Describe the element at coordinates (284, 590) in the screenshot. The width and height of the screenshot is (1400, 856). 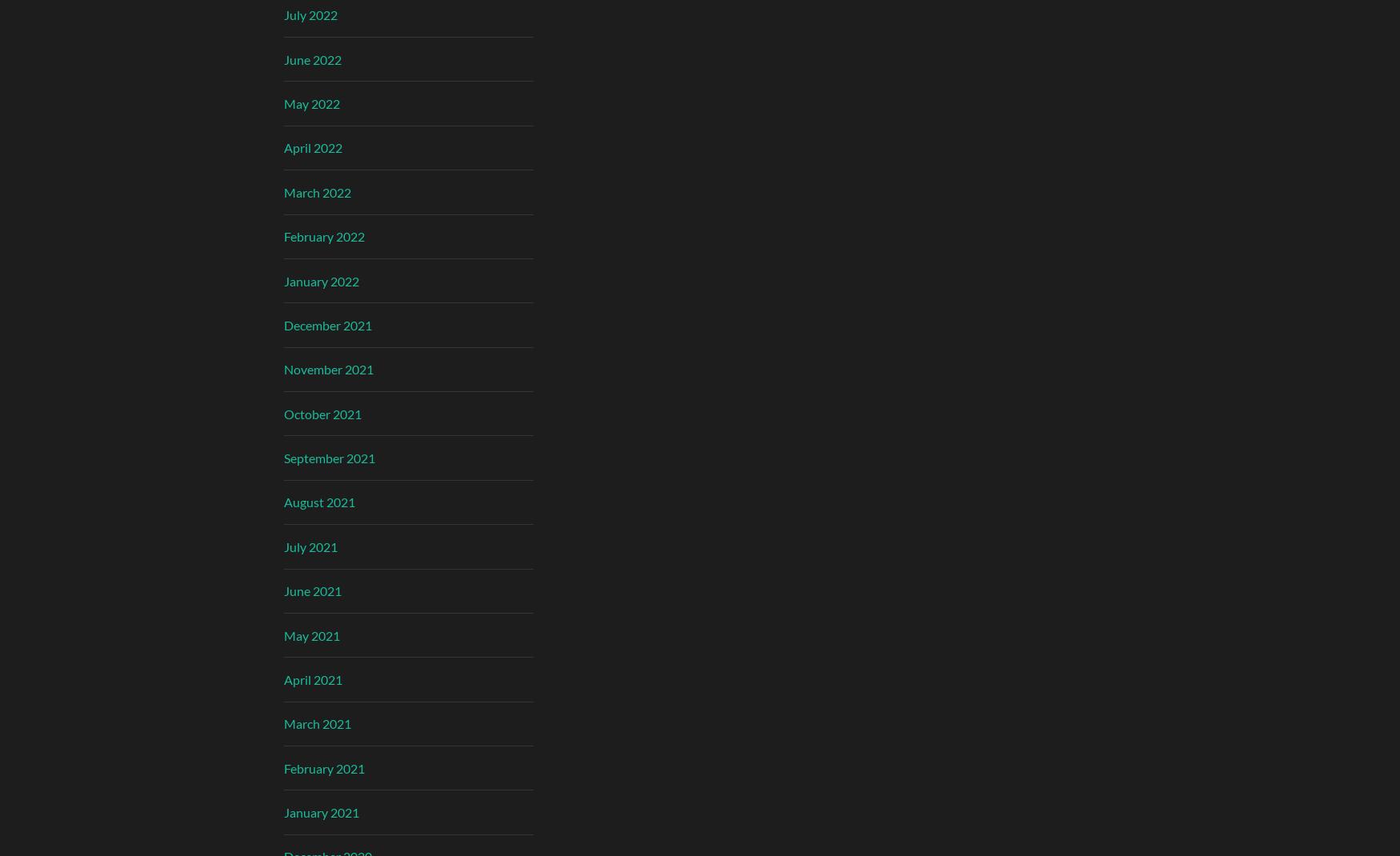
I see `'June 2021'` at that location.